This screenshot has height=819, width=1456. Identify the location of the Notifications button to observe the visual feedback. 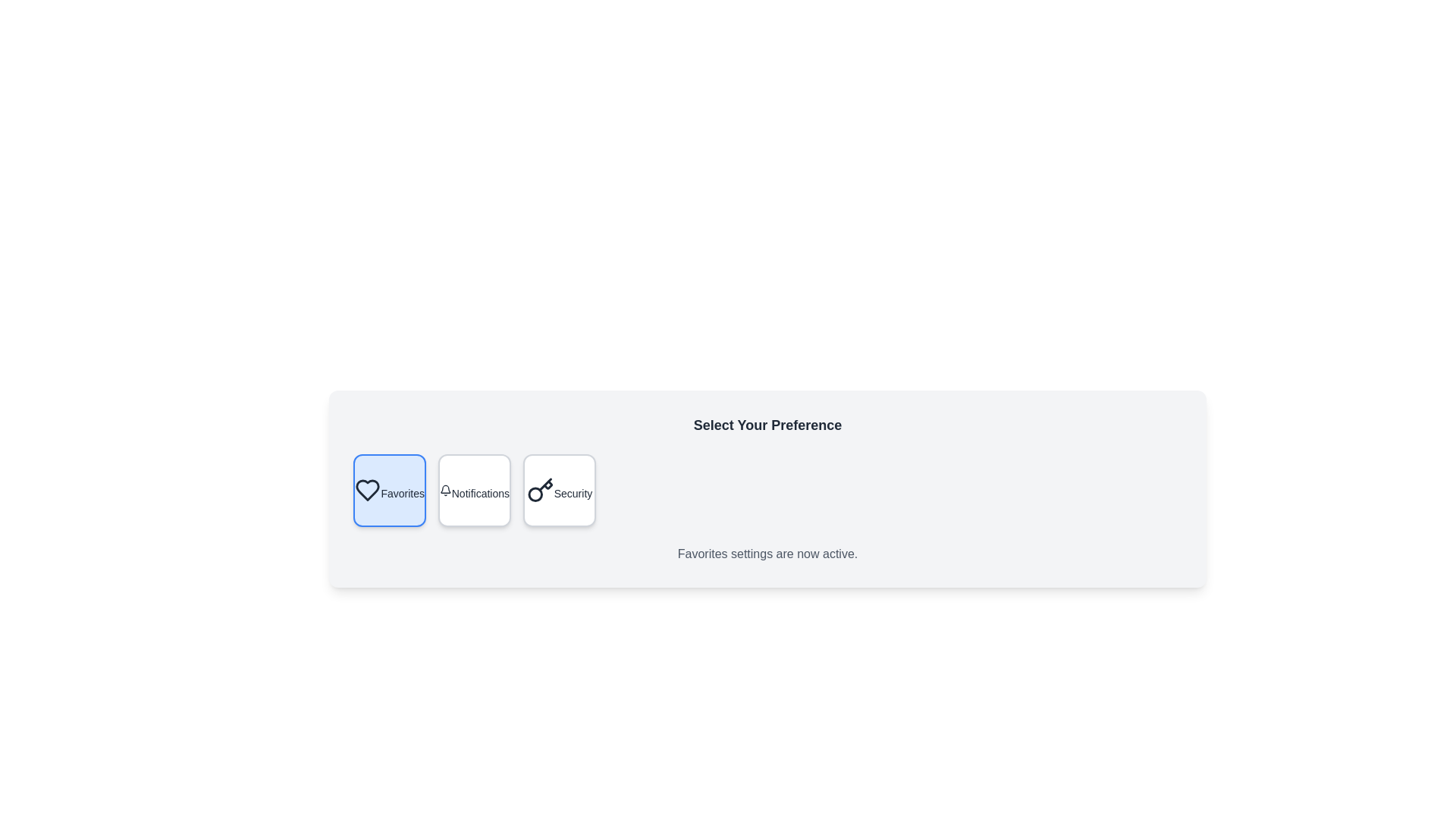
(473, 491).